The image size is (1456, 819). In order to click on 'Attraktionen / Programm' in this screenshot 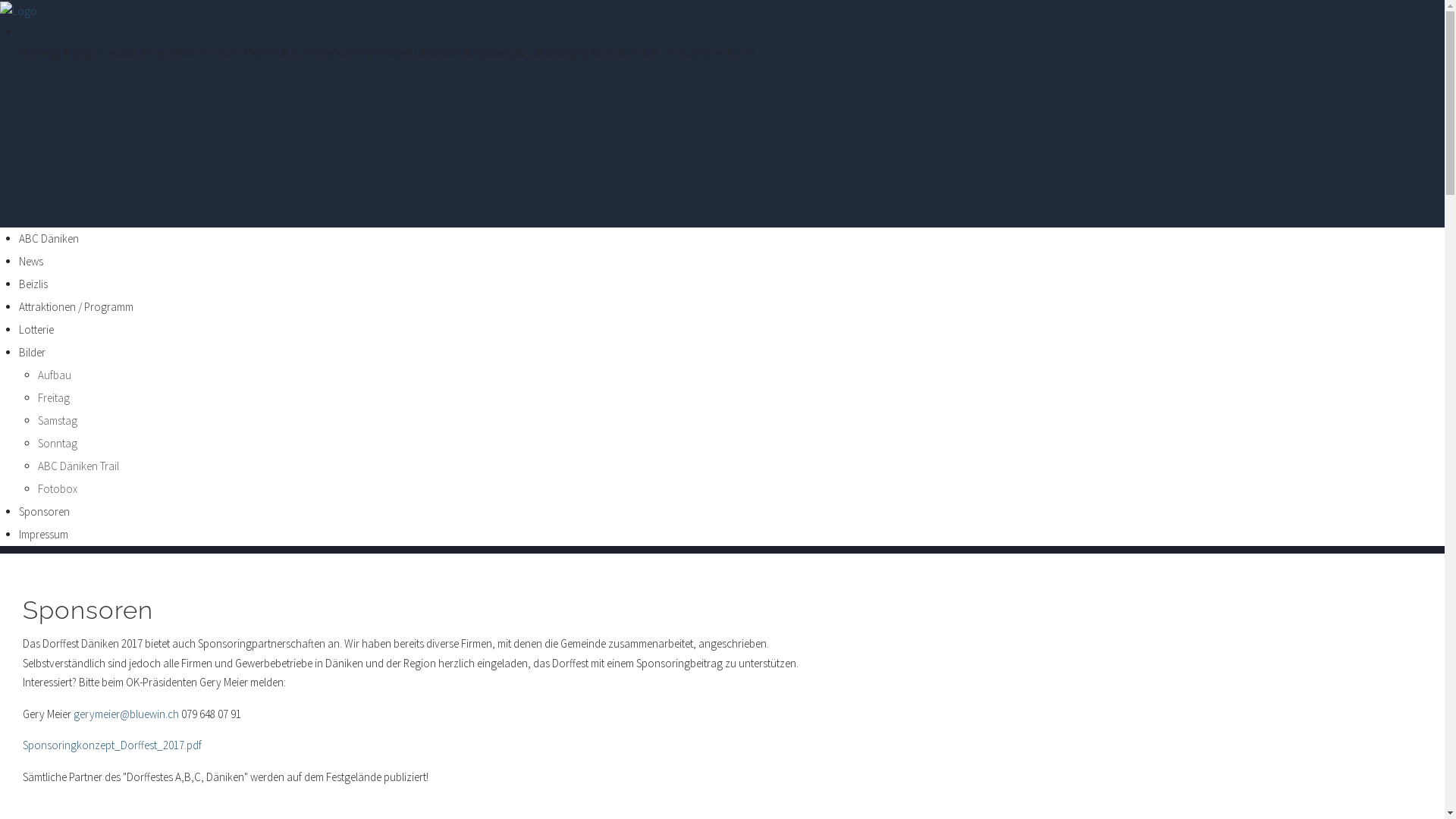, I will do `click(75, 306)`.